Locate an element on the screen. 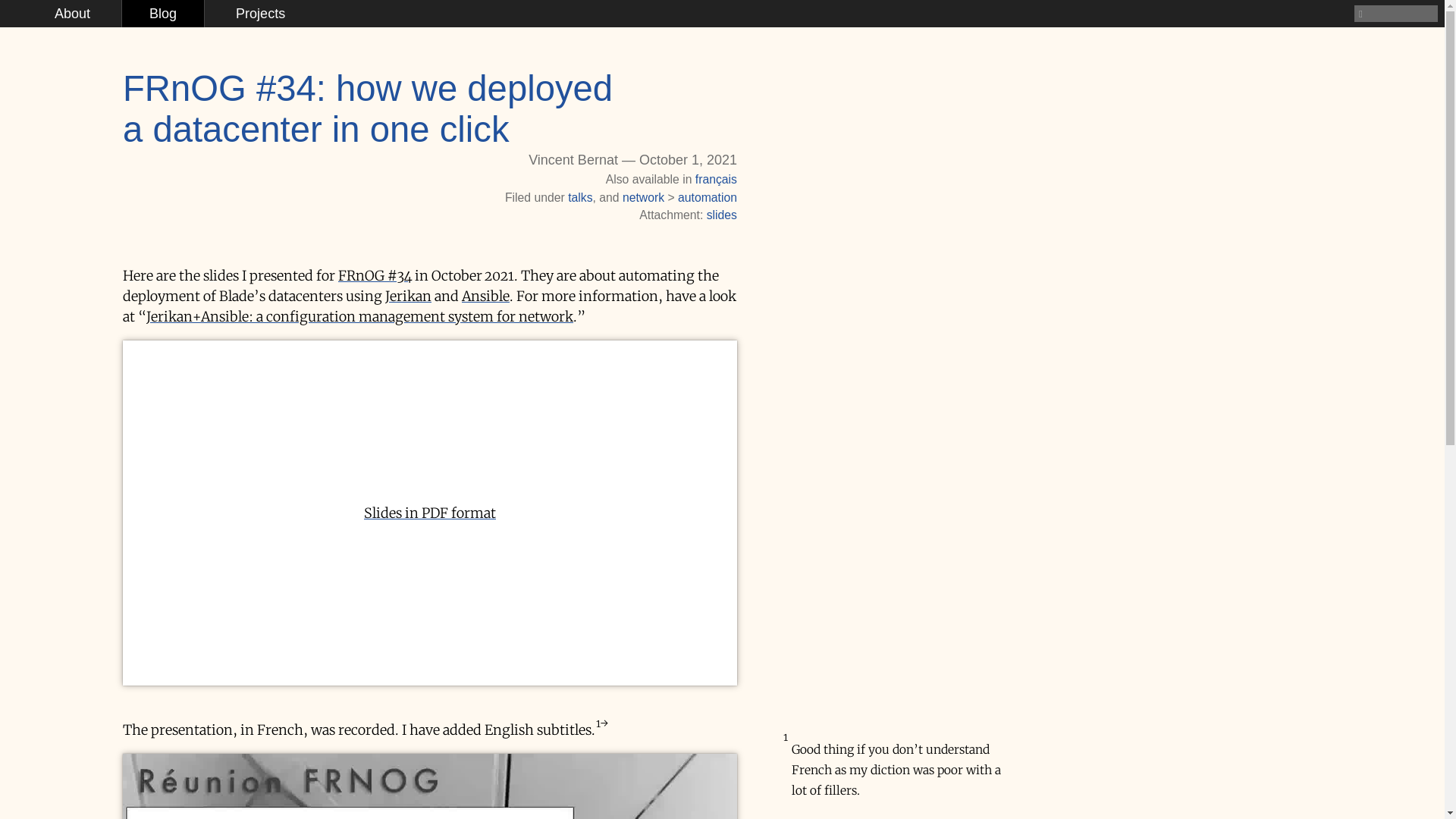 The image size is (1456, 819). 'slides' is located at coordinates (720, 215).